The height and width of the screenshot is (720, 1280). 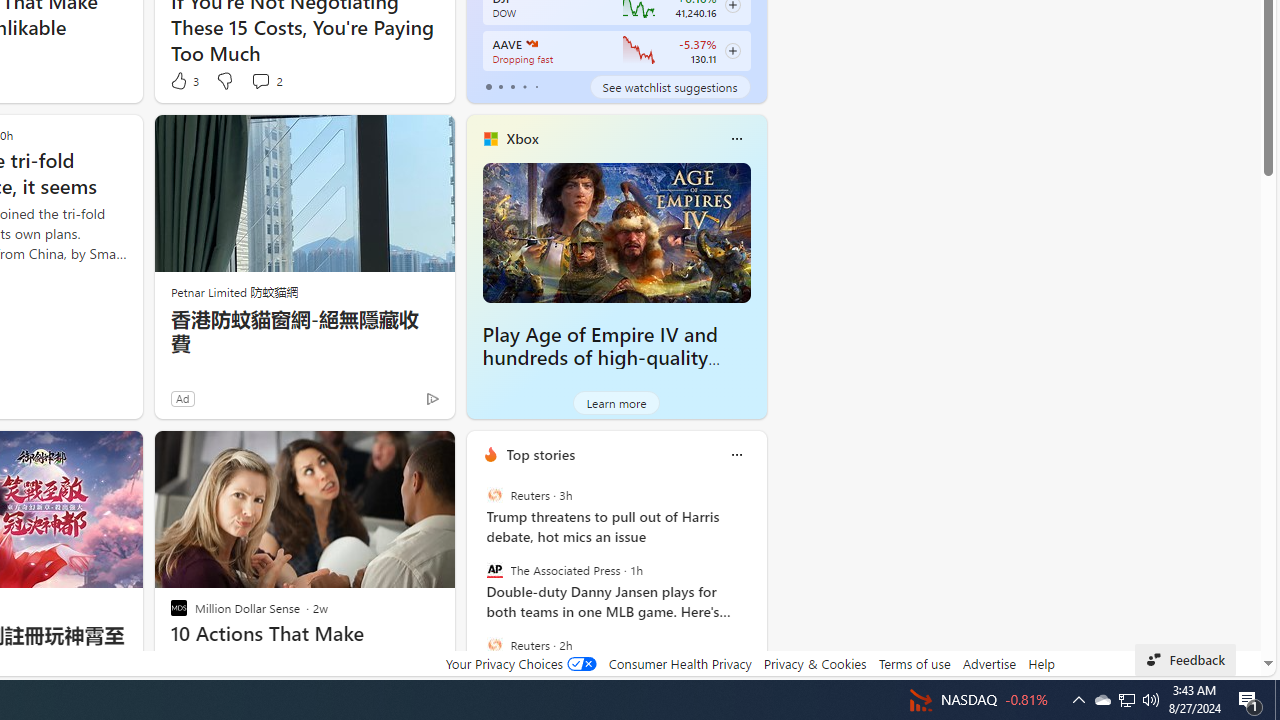 What do you see at coordinates (494, 644) in the screenshot?
I see `'Reuters'` at bounding box center [494, 644].